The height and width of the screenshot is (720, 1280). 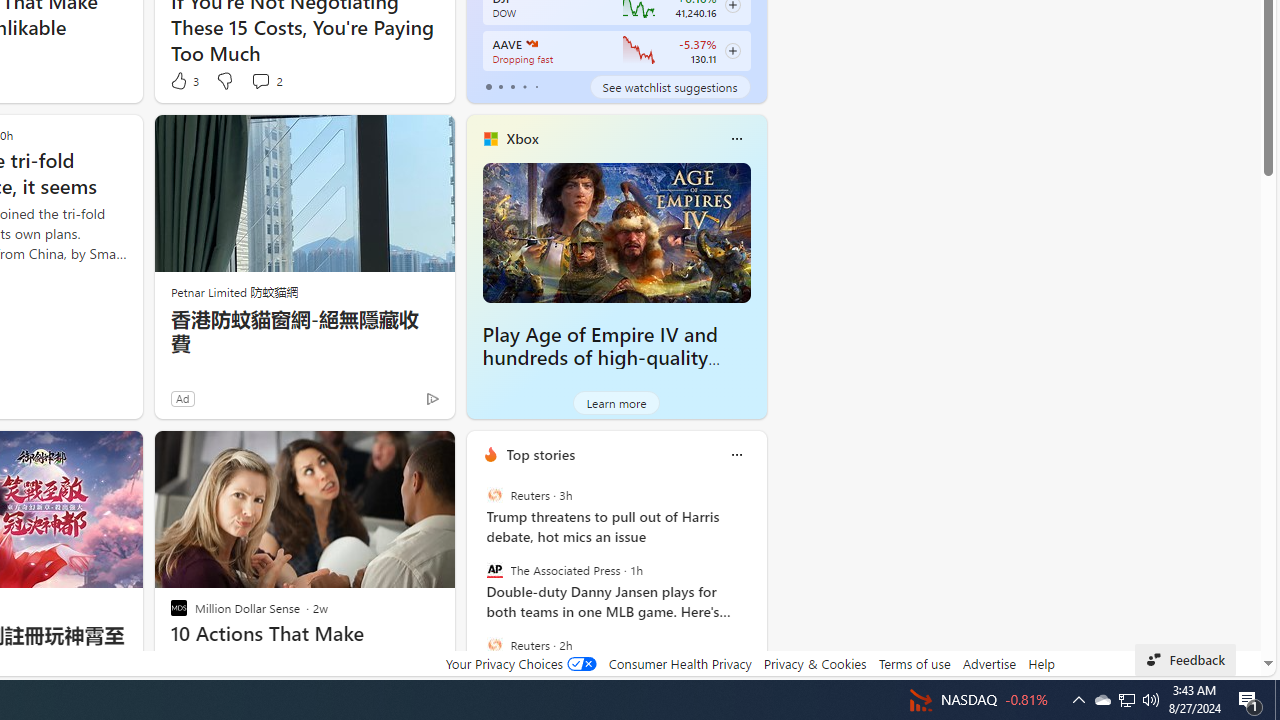 What do you see at coordinates (494, 644) in the screenshot?
I see `'Reuters'` at bounding box center [494, 644].